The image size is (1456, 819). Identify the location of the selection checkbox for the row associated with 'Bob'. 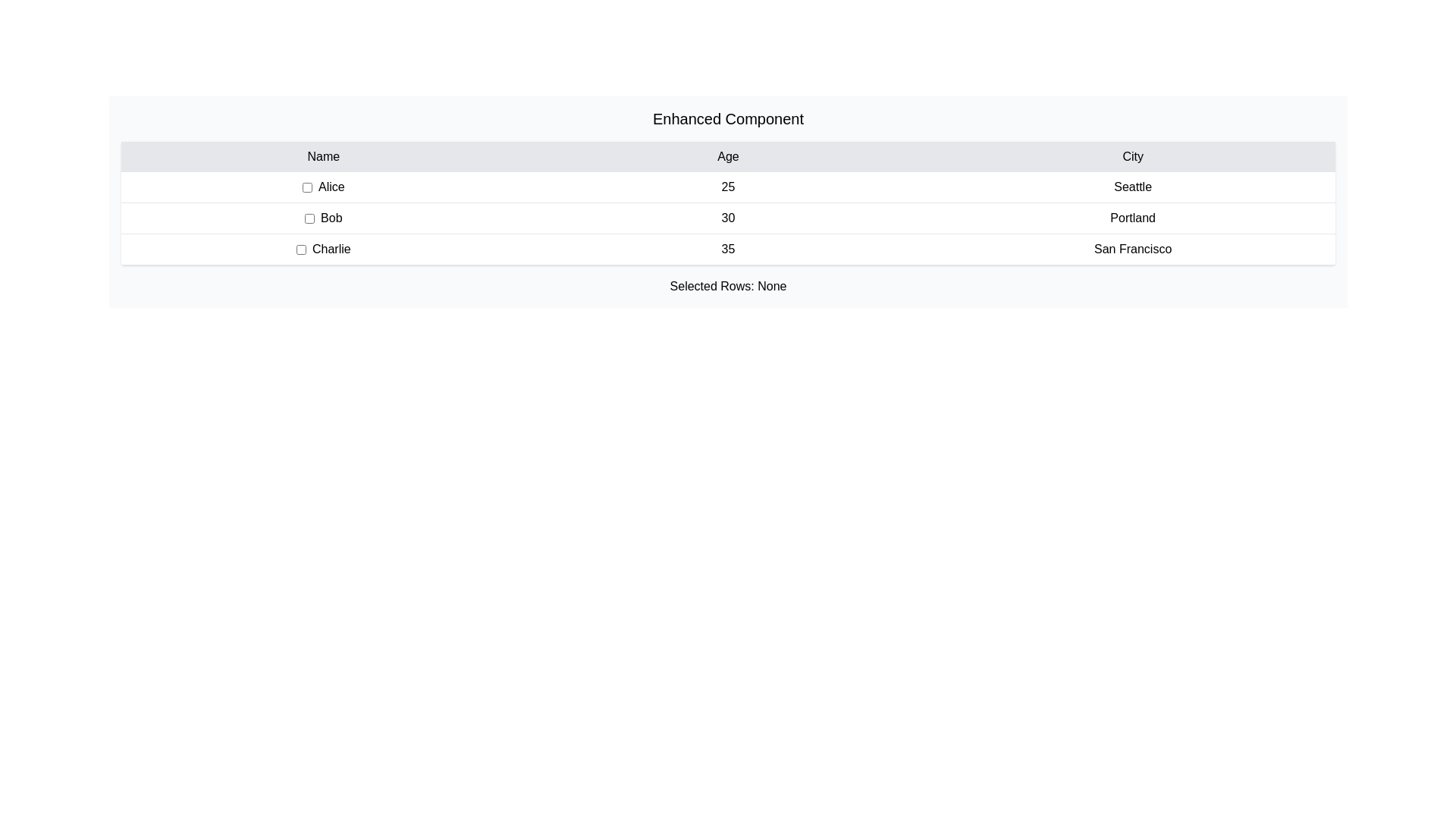
(322, 218).